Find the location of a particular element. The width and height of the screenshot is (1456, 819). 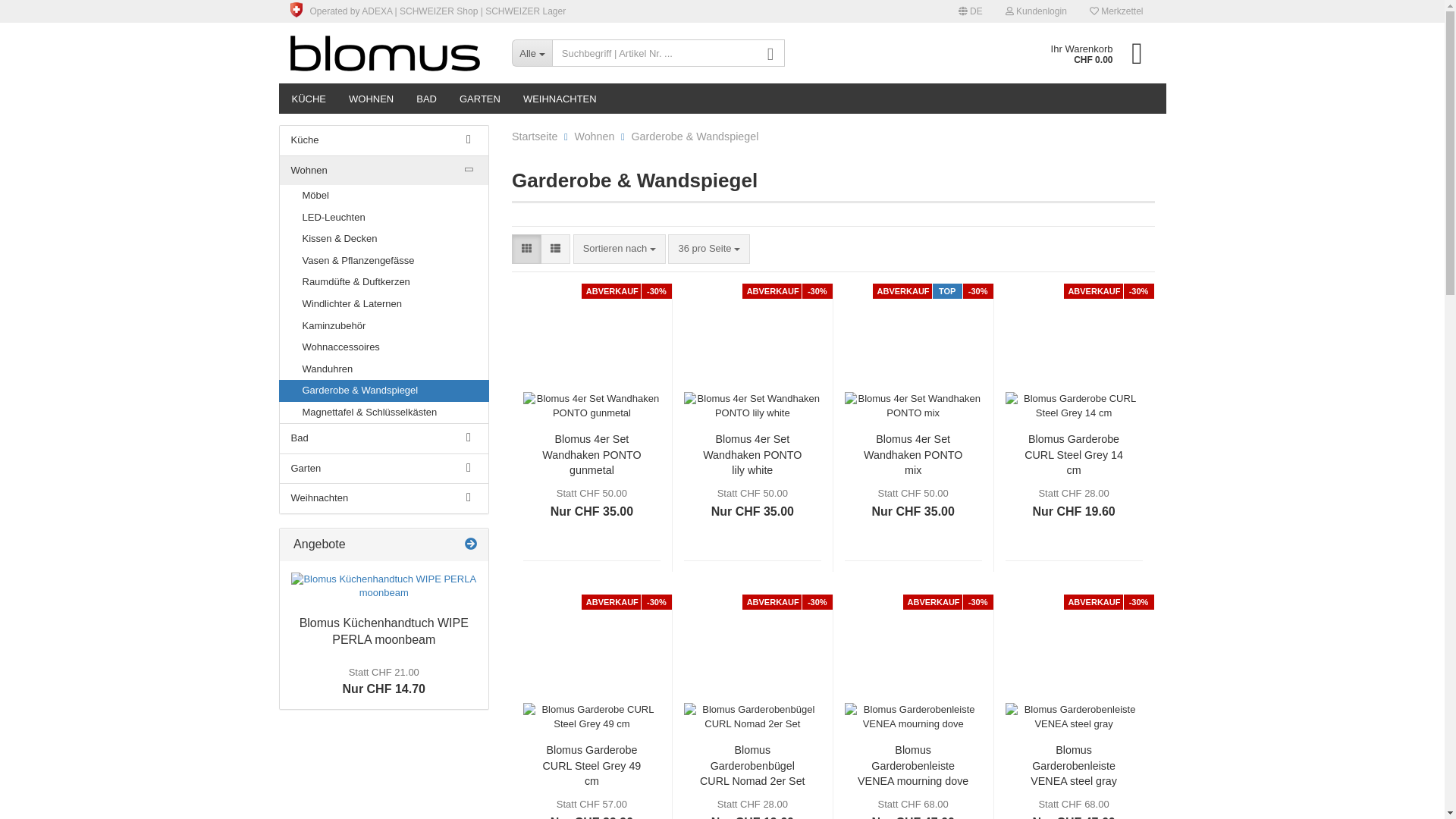

'Kissen & Decken' is located at coordinates (383, 239).